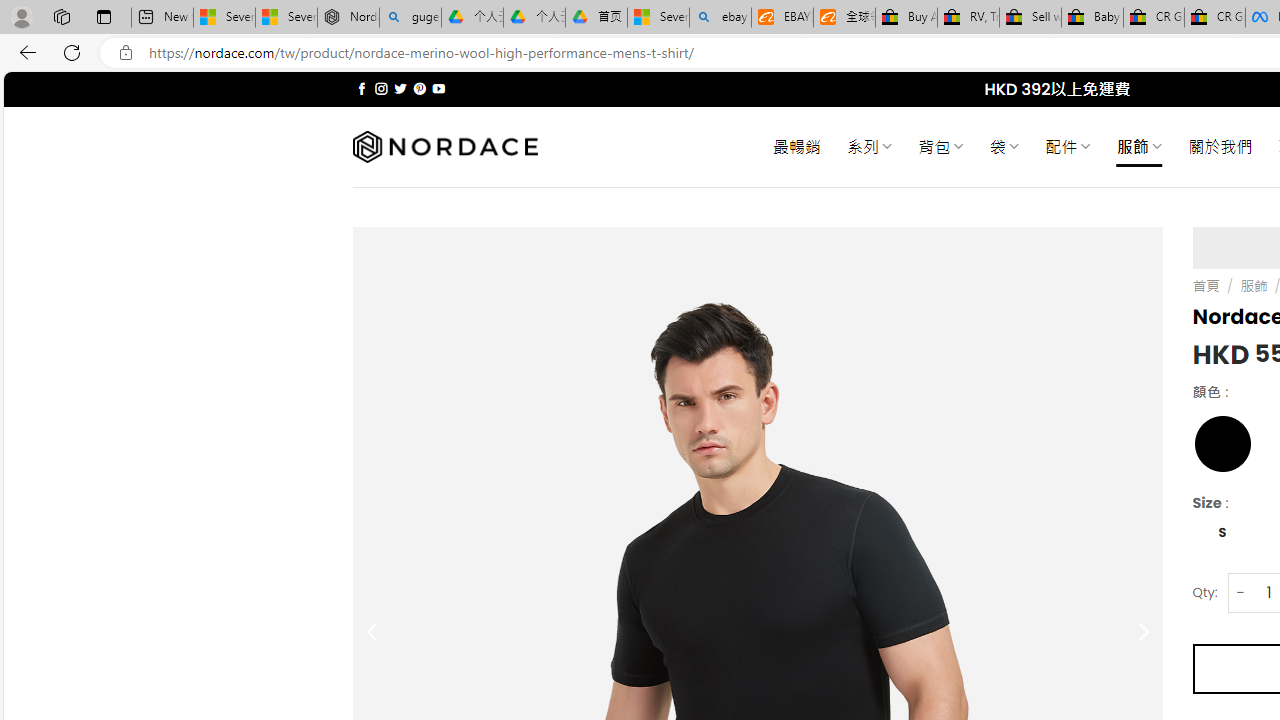  What do you see at coordinates (1091, 17) in the screenshot?
I see `'Baby Keepsakes & Announcements for sale | eBay'` at bounding box center [1091, 17].